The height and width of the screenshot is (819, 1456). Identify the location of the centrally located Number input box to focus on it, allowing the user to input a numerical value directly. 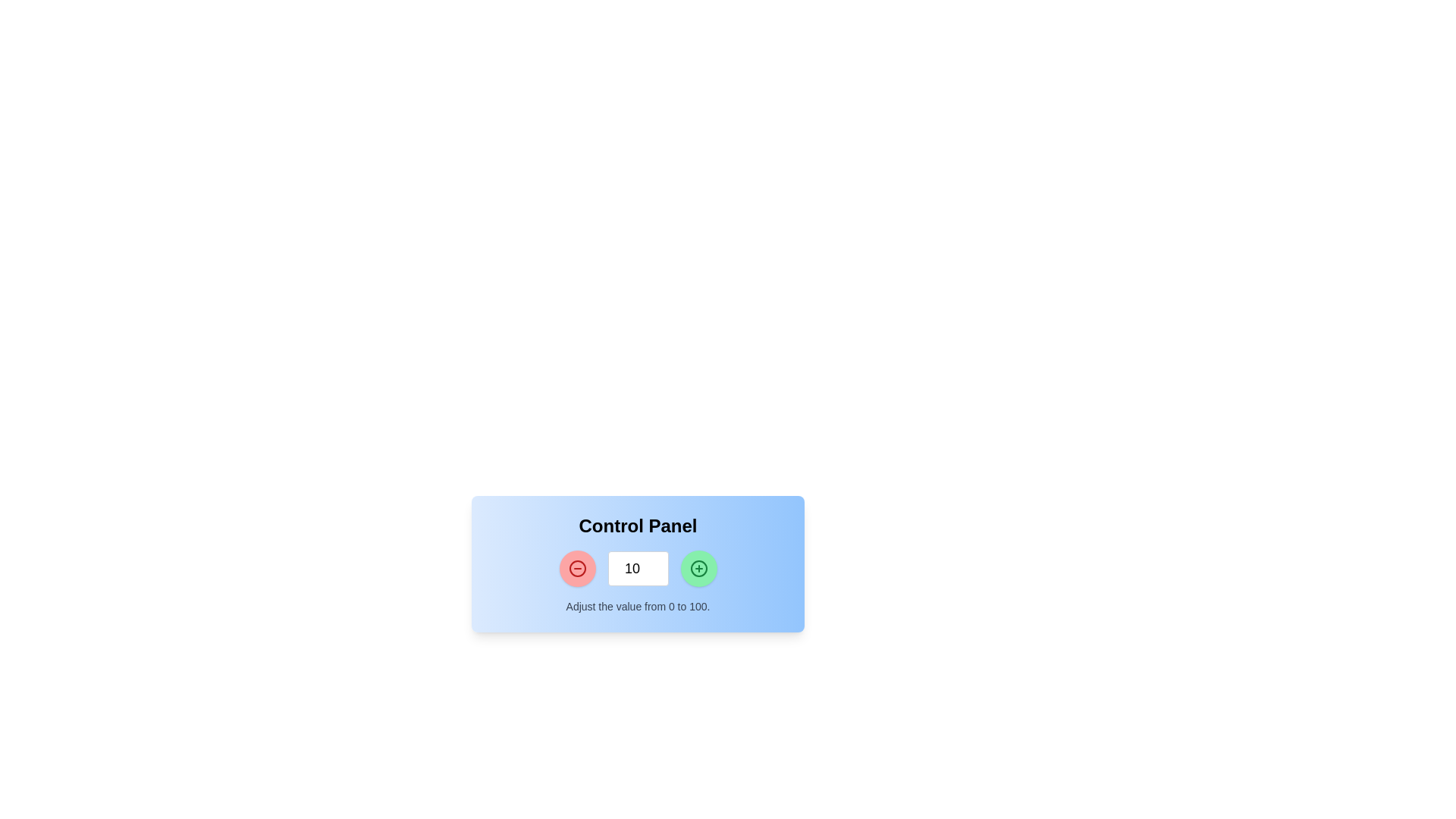
(638, 568).